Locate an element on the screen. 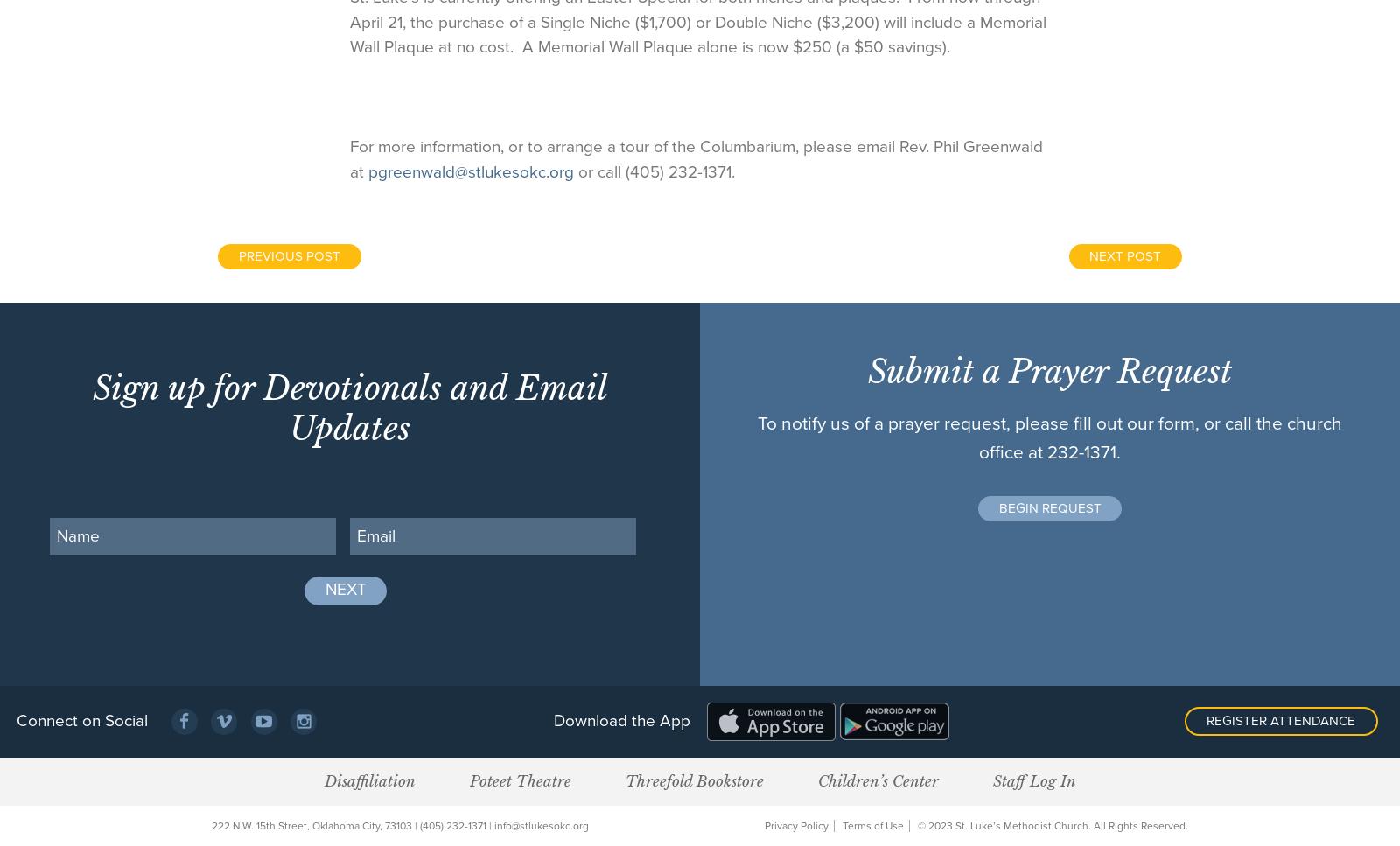  '232-1371.' is located at coordinates (1083, 451).